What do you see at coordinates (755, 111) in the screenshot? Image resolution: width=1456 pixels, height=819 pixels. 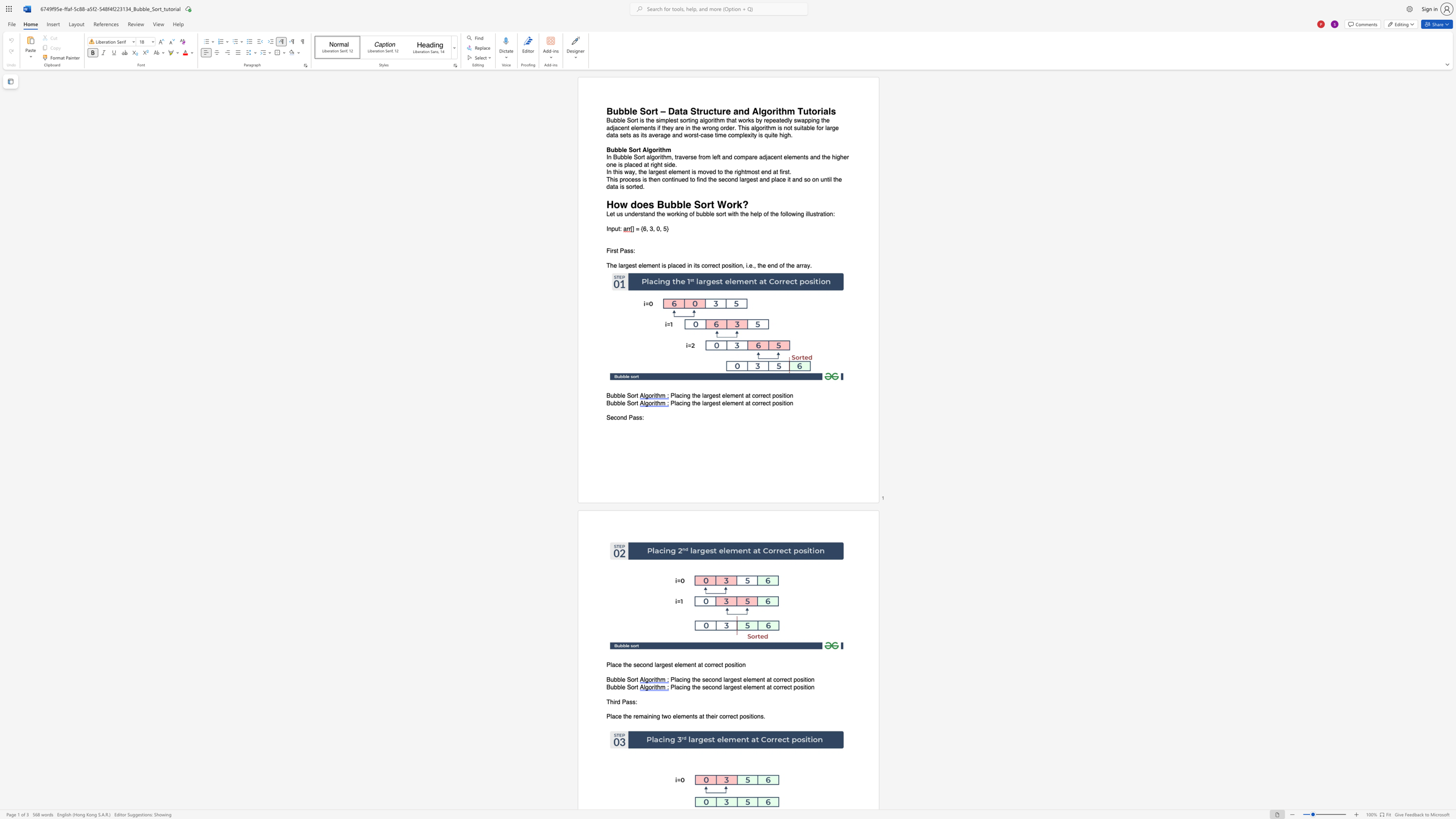 I see `the 1th character "A" in the text` at bounding box center [755, 111].